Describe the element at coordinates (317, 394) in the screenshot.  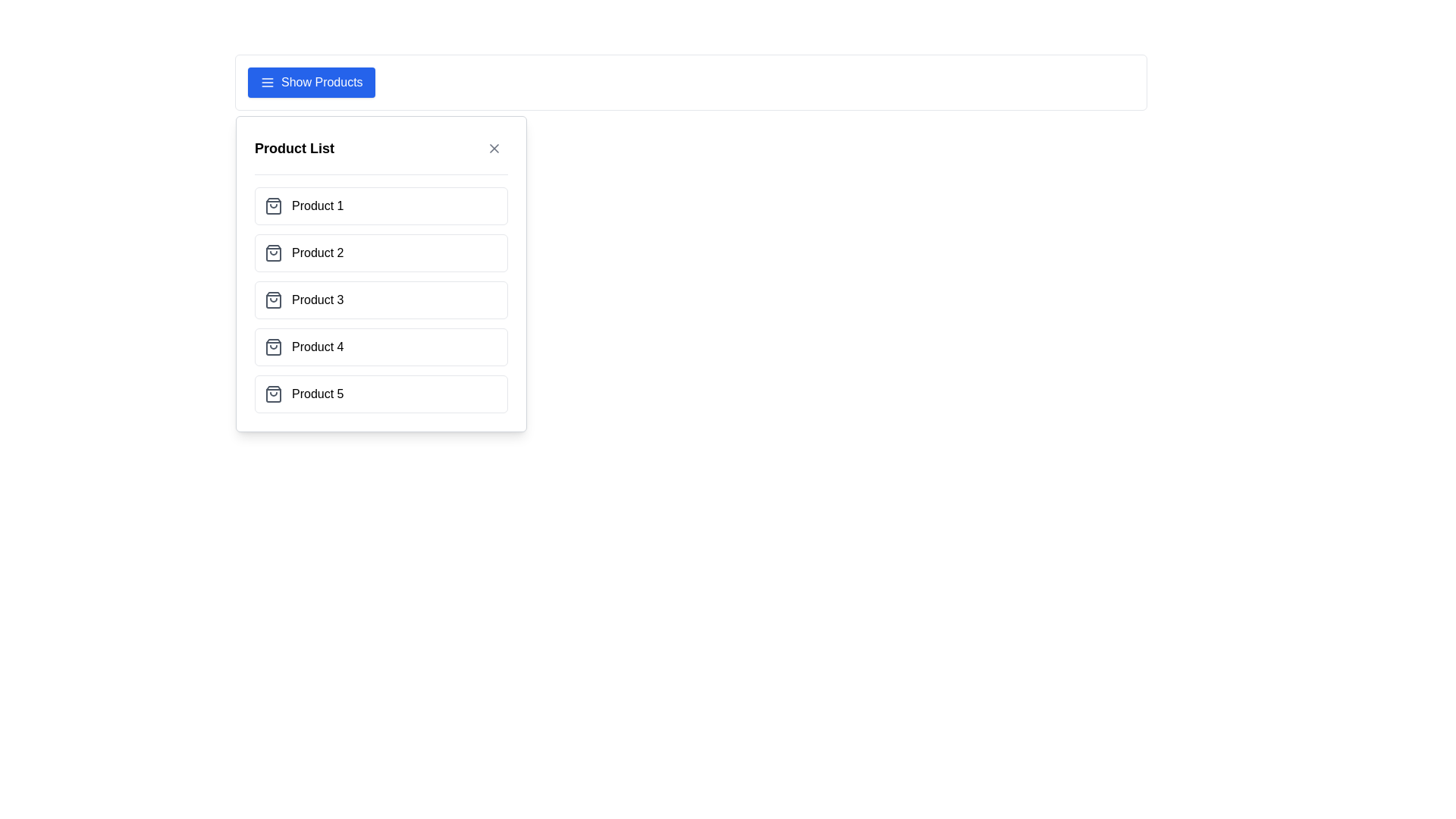
I see `the last text label in the product list` at that location.